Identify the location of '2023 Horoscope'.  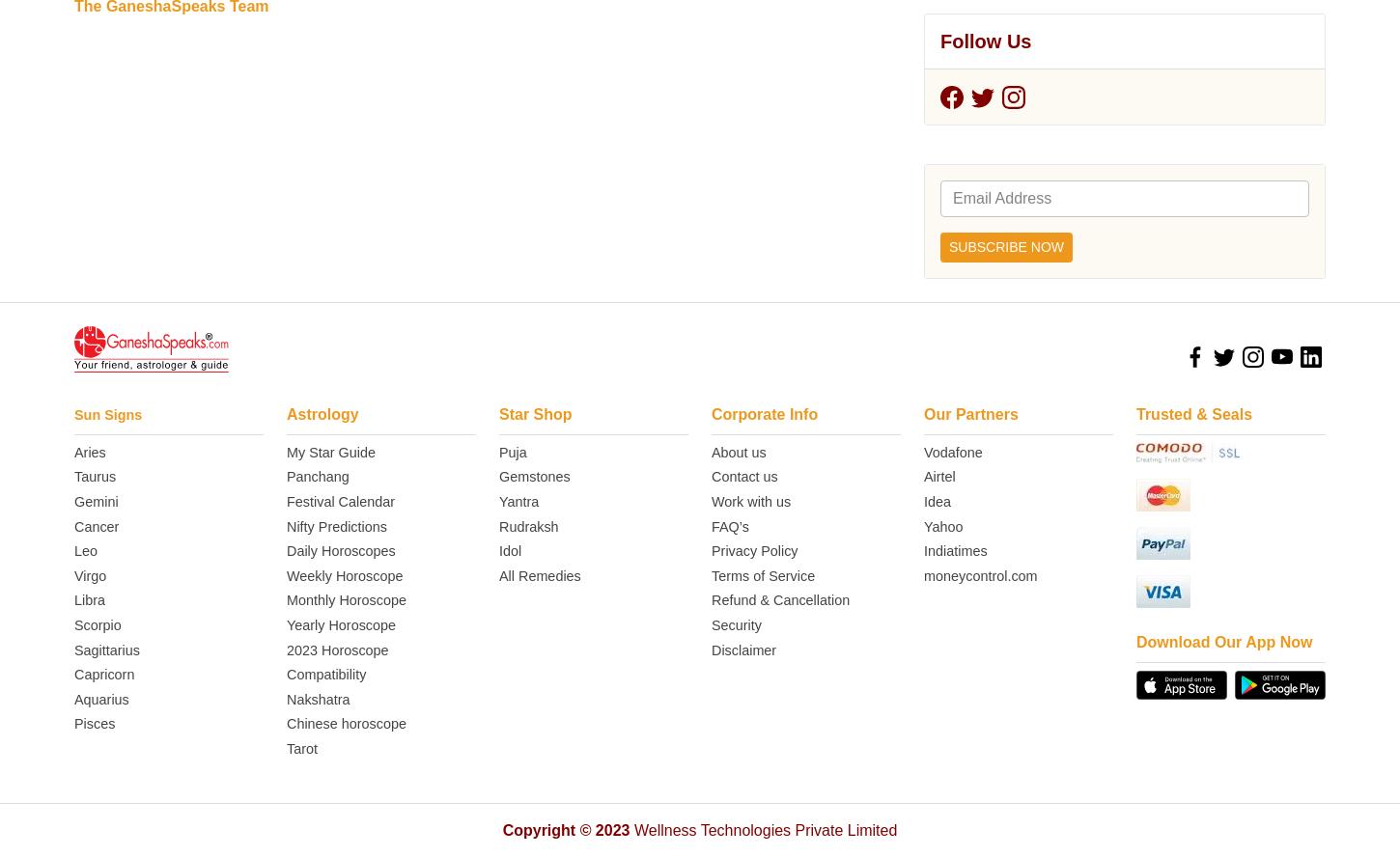
(286, 38).